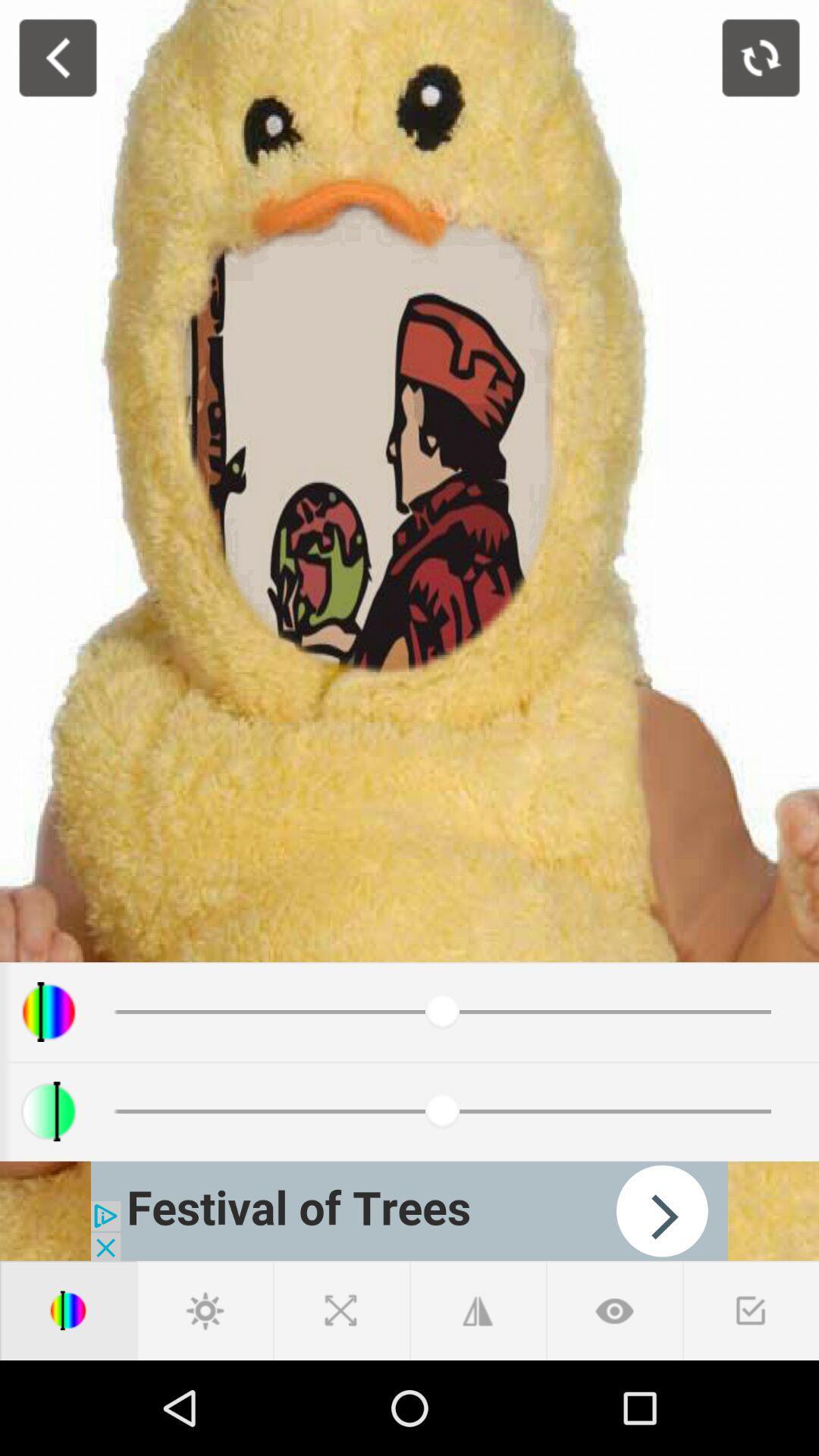 The height and width of the screenshot is (1456, 819). What do you see at coordinates (761, 58) in the screenshot?
I see `rotate image` at bounding box center [761, 58].